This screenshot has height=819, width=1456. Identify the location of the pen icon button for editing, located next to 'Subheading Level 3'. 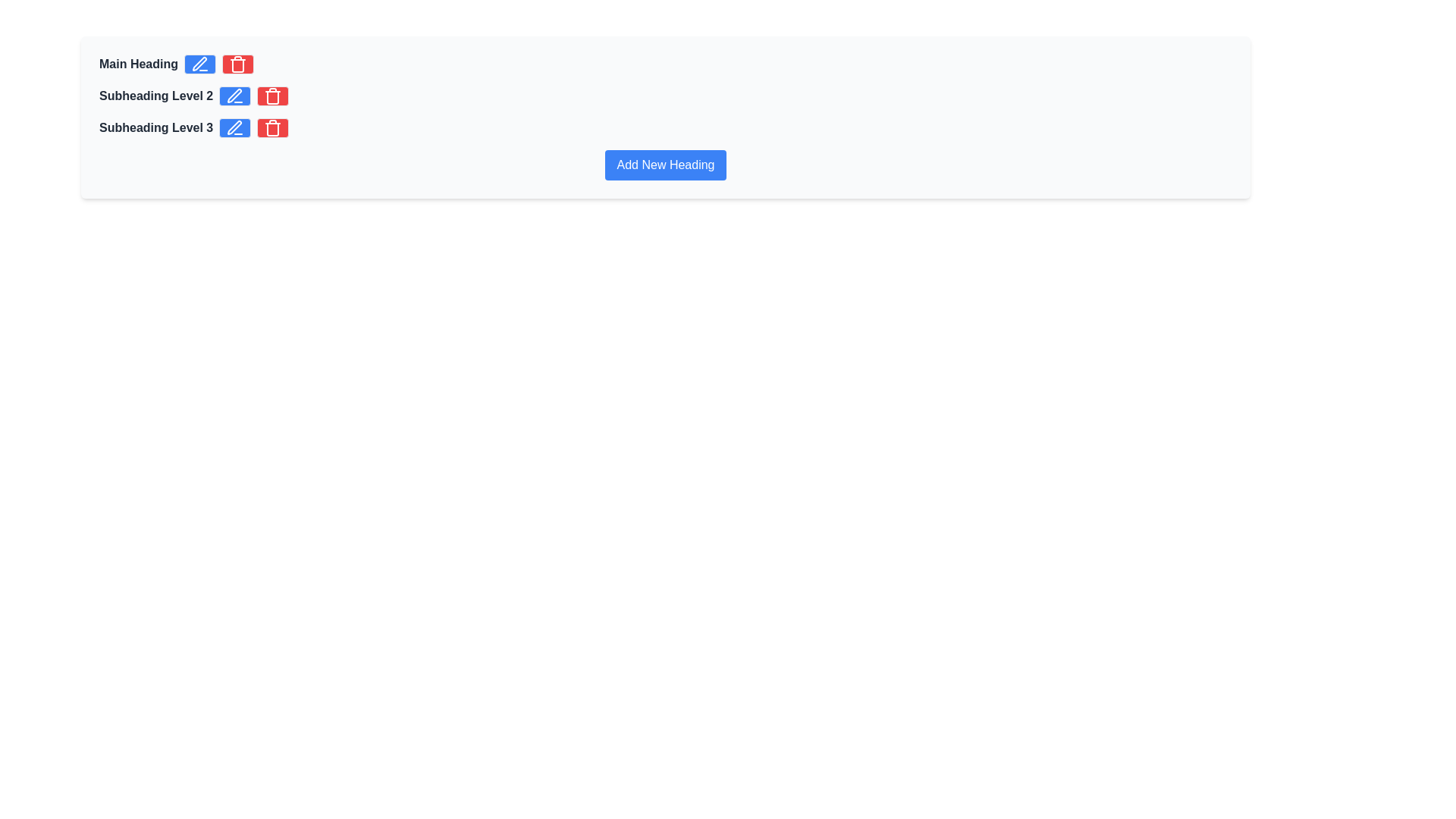
(234, 127).